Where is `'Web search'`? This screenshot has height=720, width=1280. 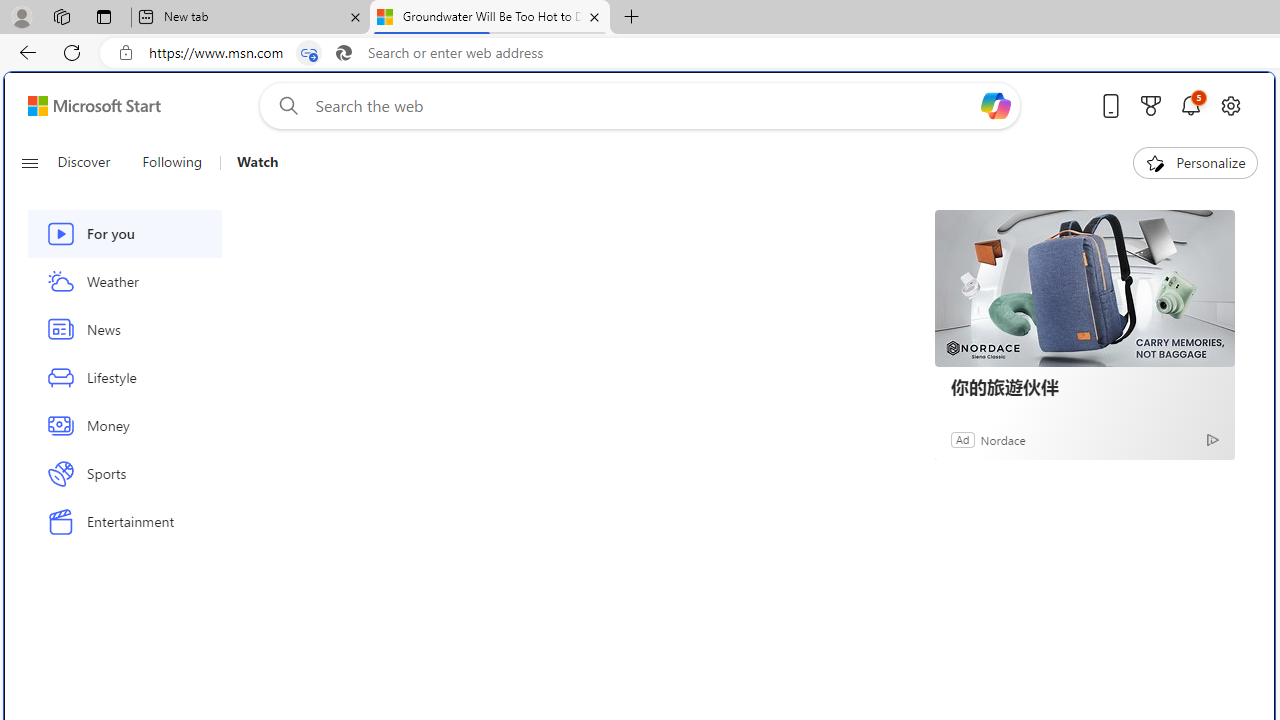 'Web search' is located at coordinates (283, 105).